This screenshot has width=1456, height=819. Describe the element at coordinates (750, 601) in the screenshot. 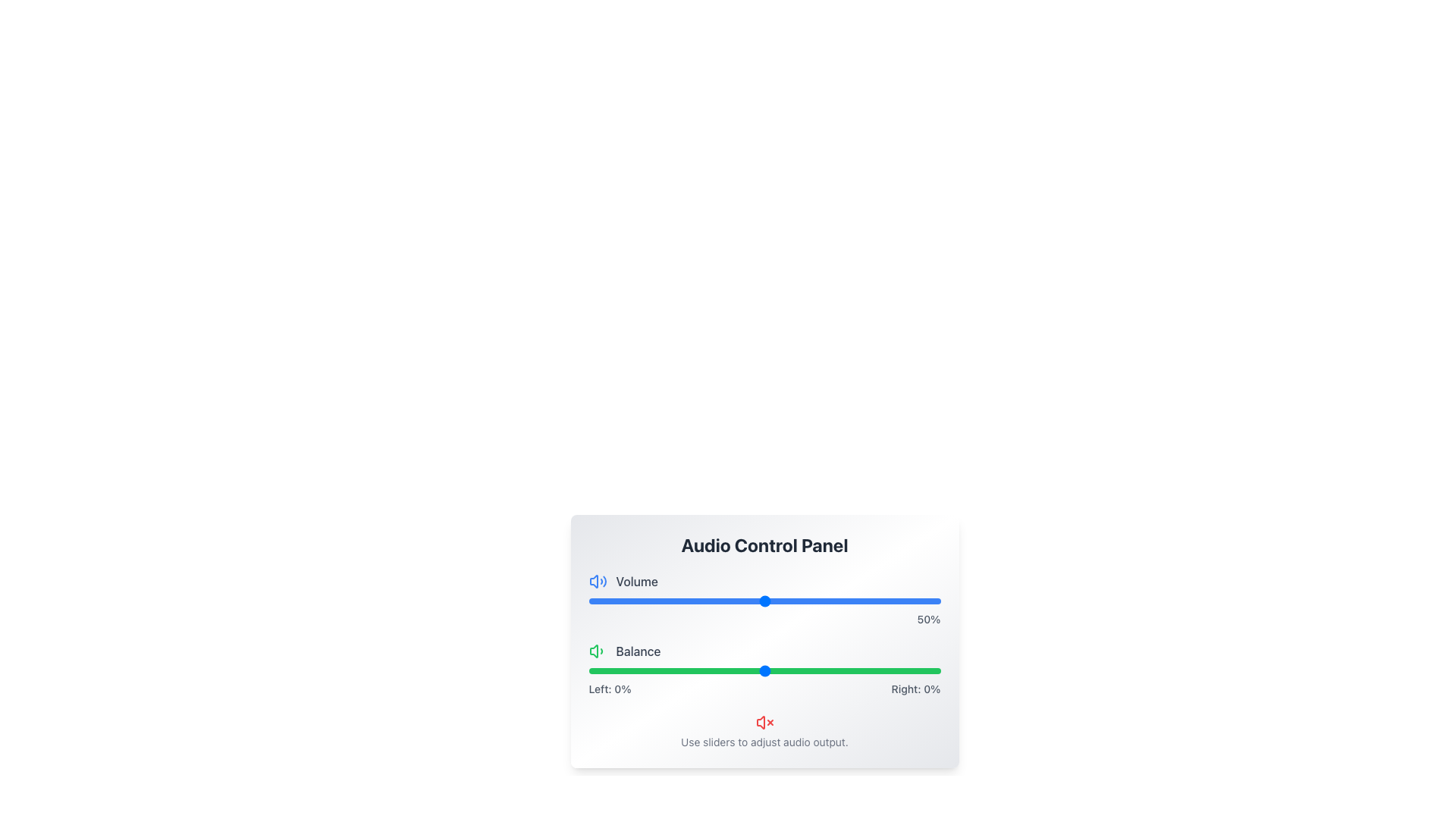

I see `the volume` at that location.